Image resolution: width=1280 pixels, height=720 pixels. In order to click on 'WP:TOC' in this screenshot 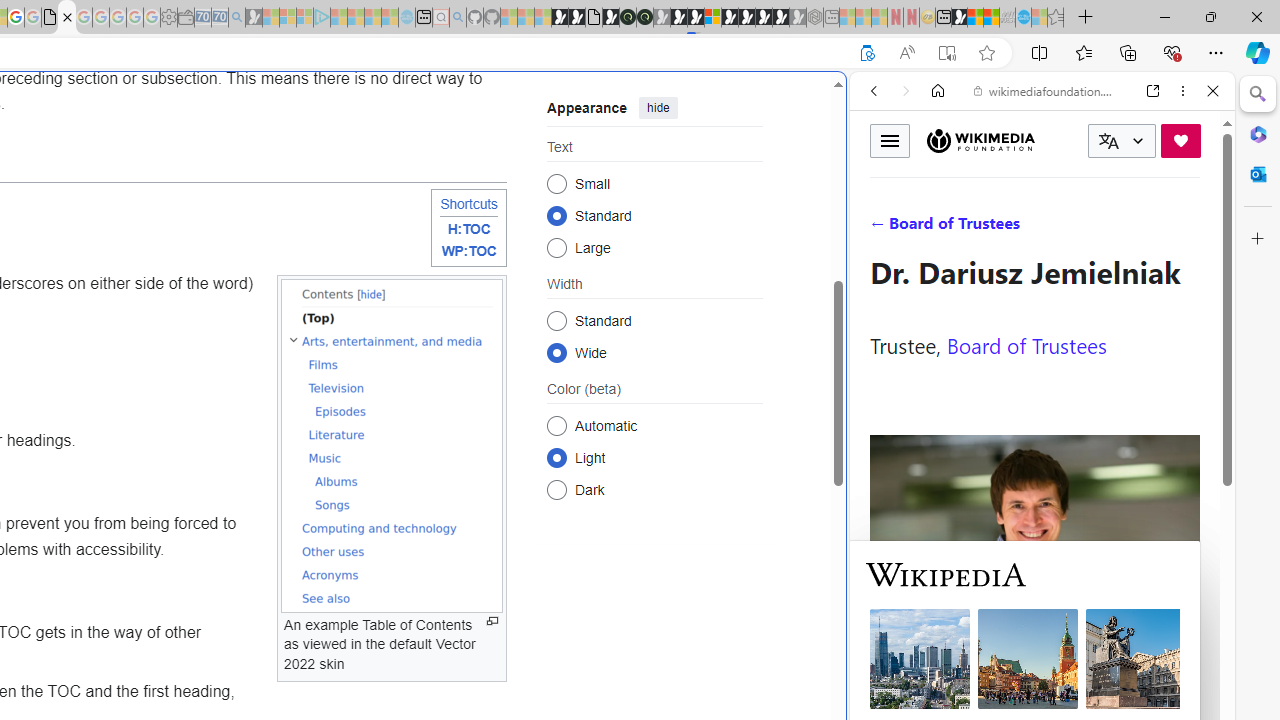, I will do `click(468, 250)`.